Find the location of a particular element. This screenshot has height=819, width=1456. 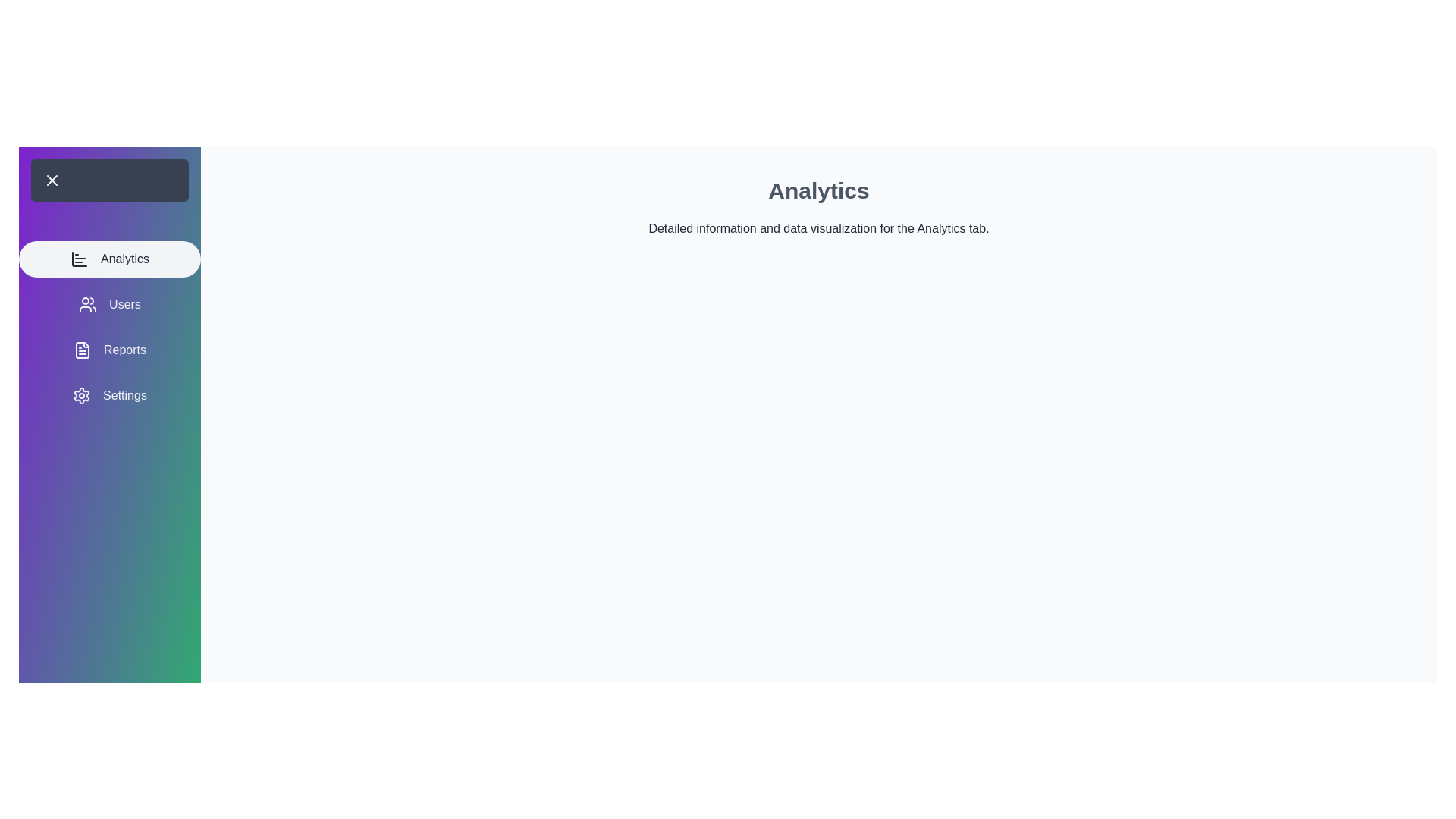

toggle button at the top of the drawer to change its state is located at coordinates (108, 180).